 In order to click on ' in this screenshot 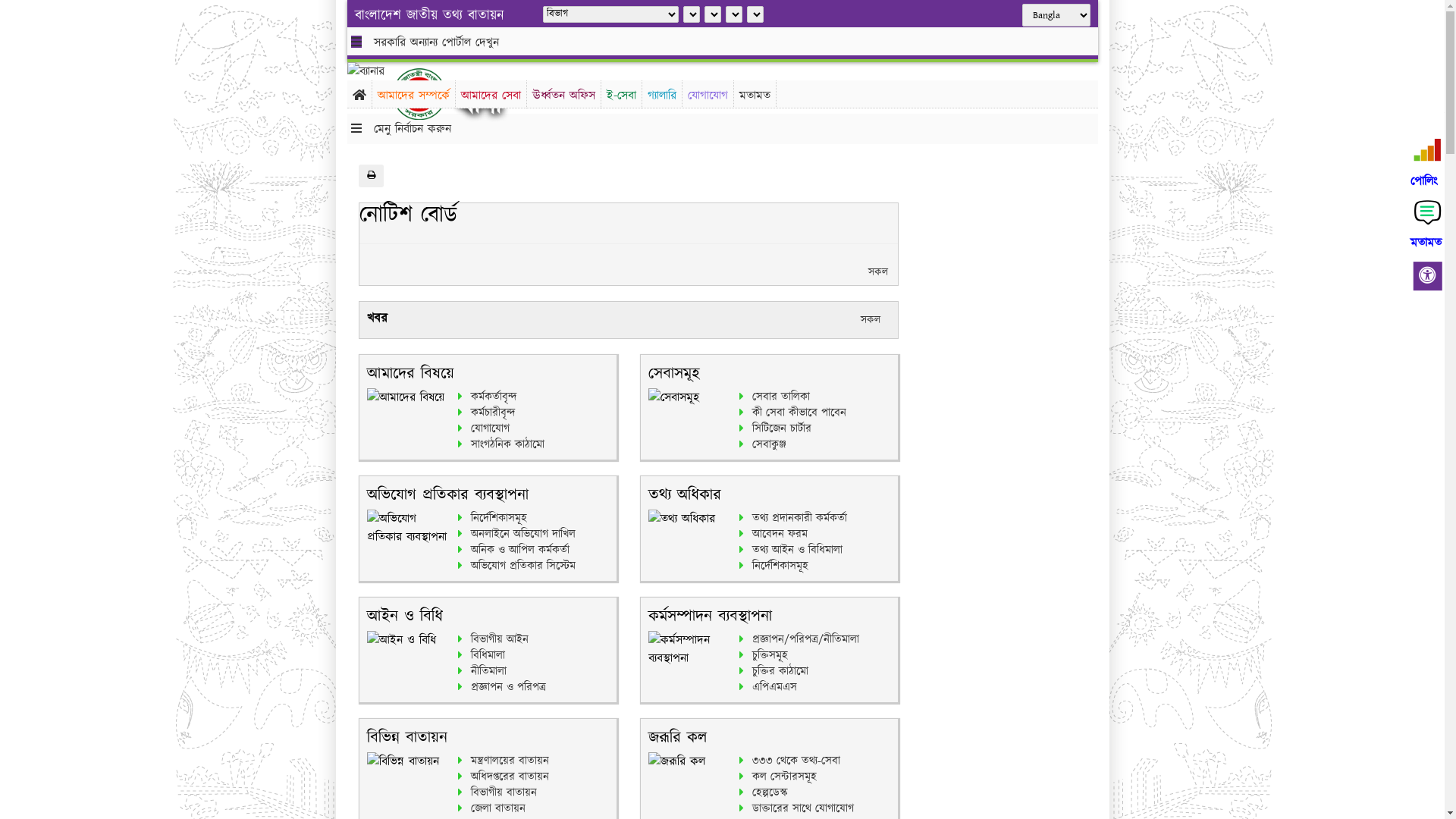, I will do `click(430, 93)`.